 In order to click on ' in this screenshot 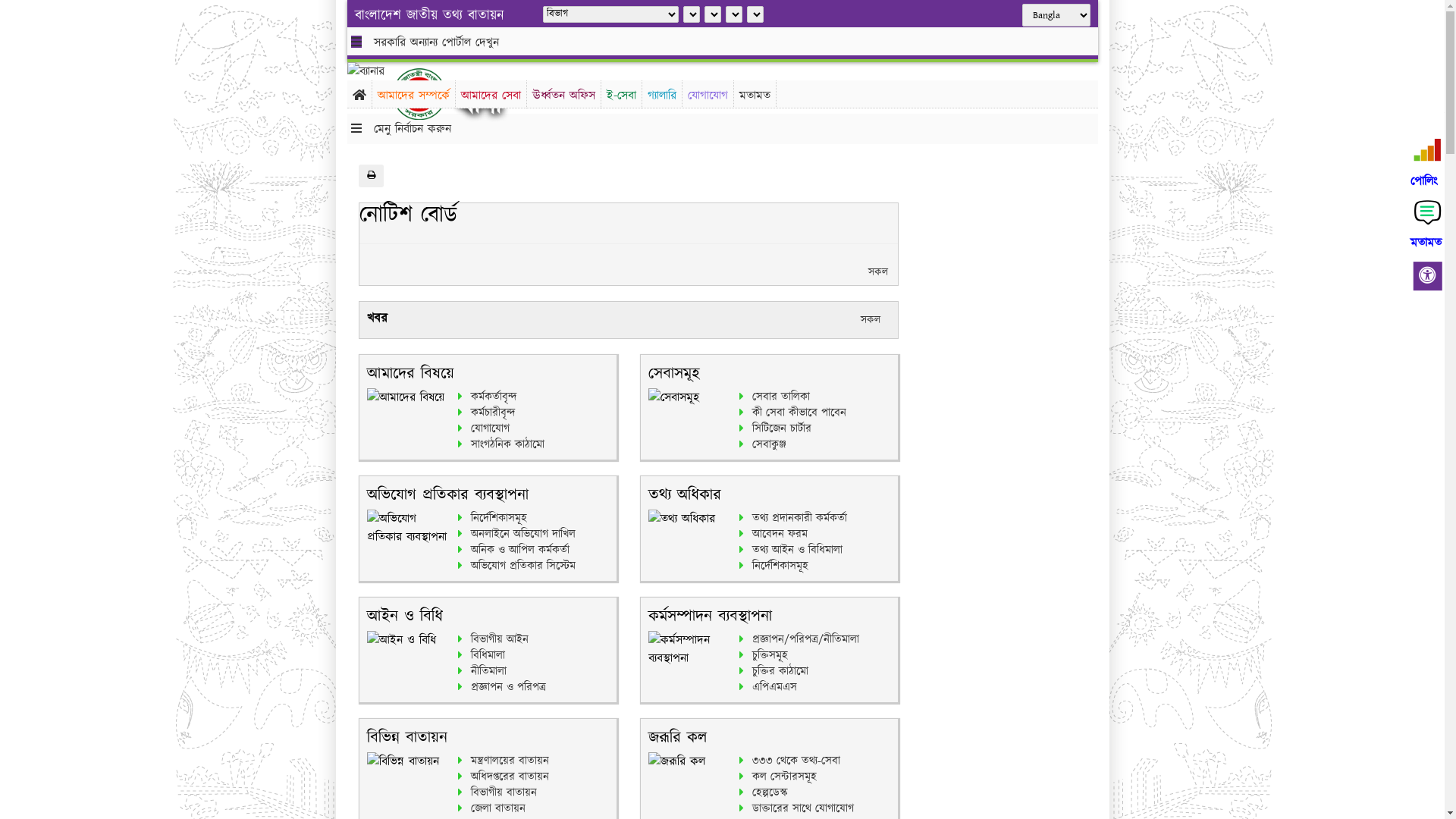, I will do `click(430, 93)`.